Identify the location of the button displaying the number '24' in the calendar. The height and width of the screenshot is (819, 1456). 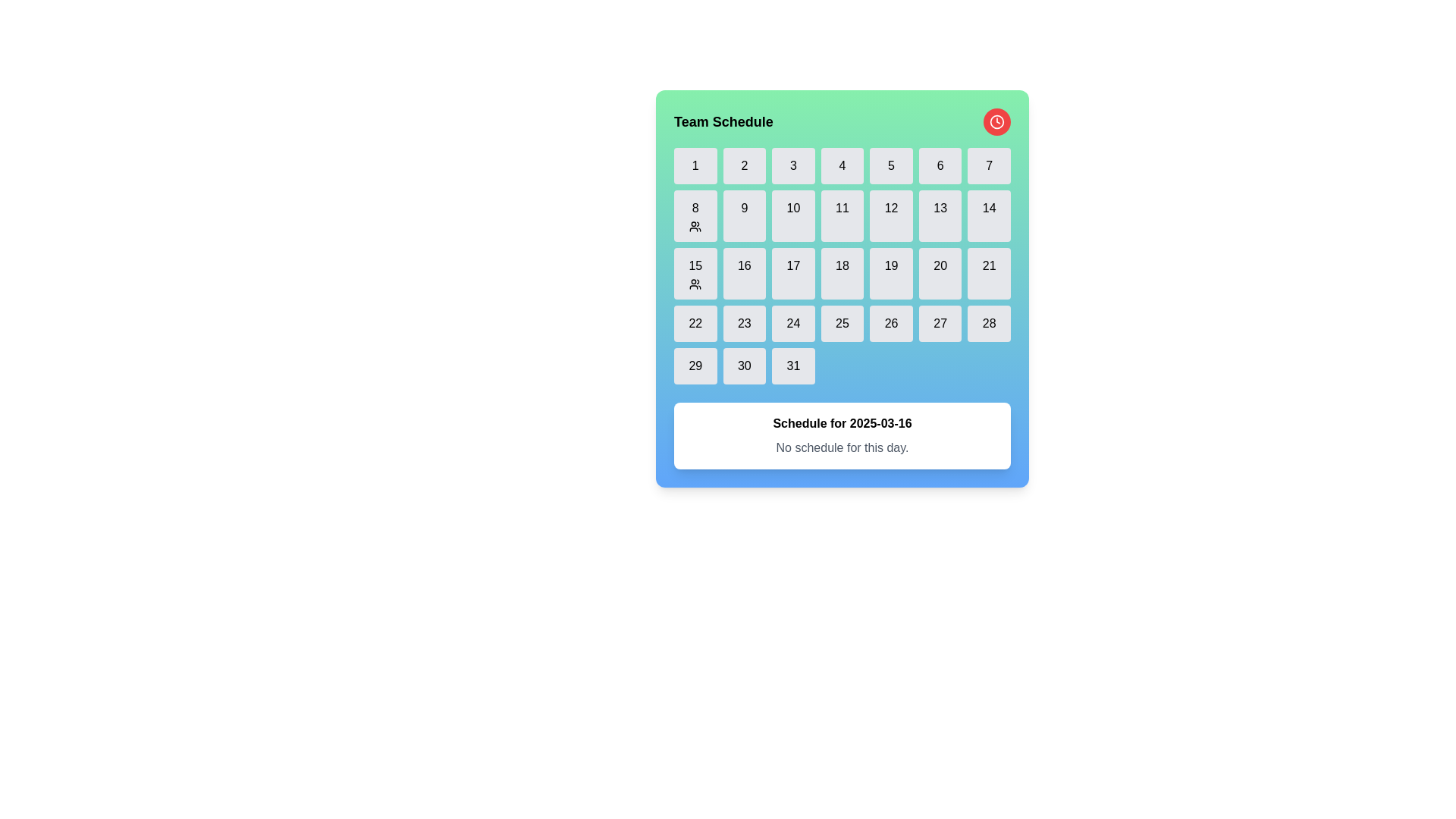
(792, 323).